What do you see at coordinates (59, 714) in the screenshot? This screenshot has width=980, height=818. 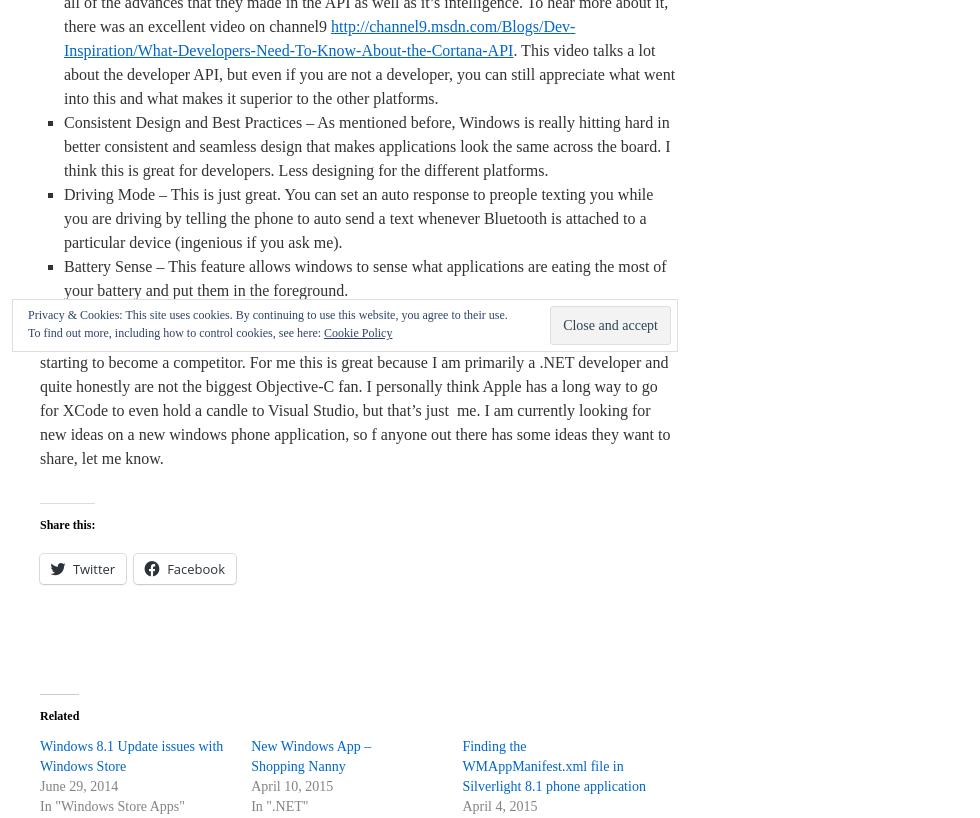 I see `'Related'` at bounding box center [59, 714].